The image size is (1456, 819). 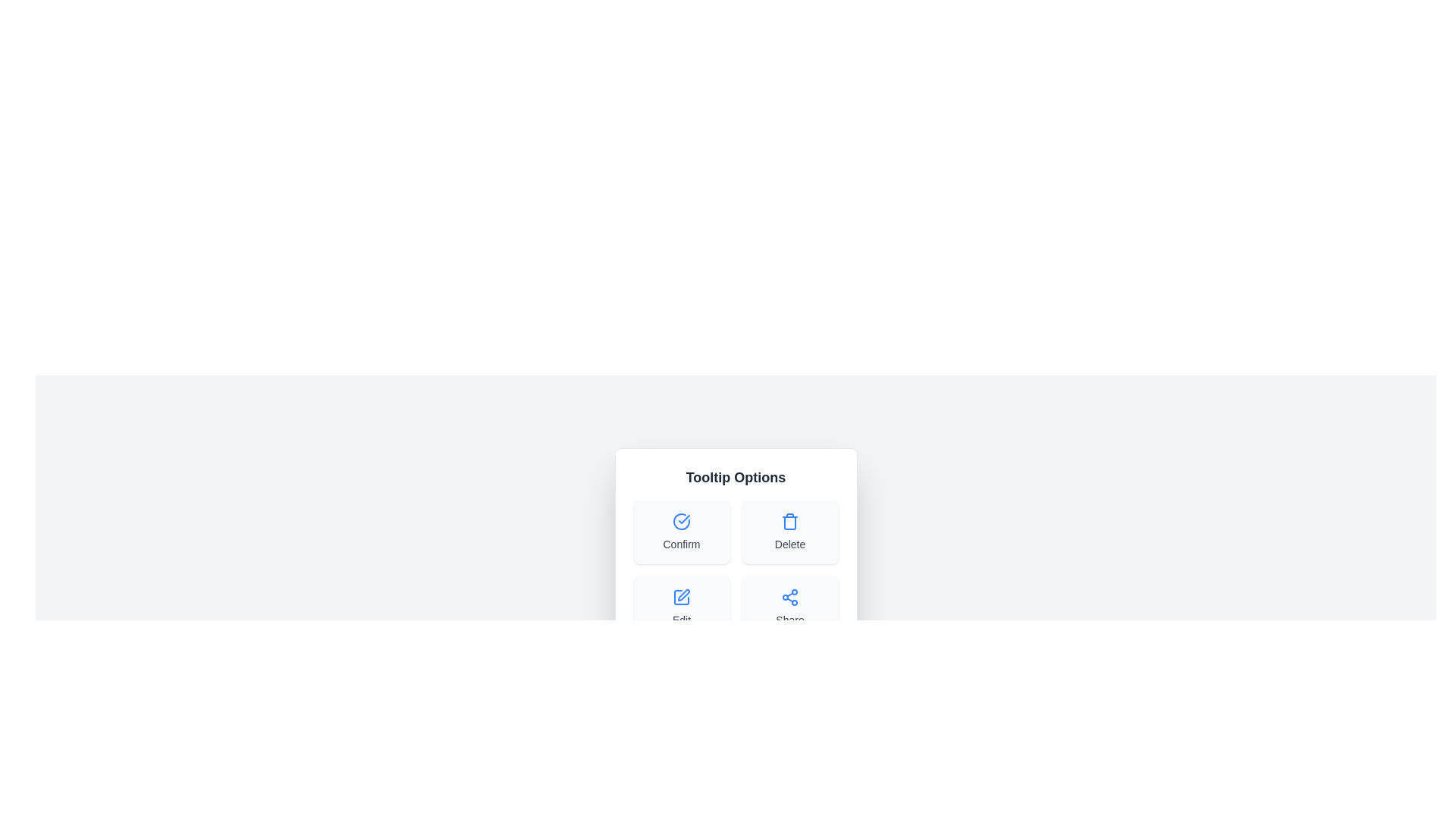 I want to click on the 'Confirm' button, which features a circular checkmark icon and the text 'Confirm' in dark gray, located at the top-left corner of the grid layout, so click(x=680, y=532).